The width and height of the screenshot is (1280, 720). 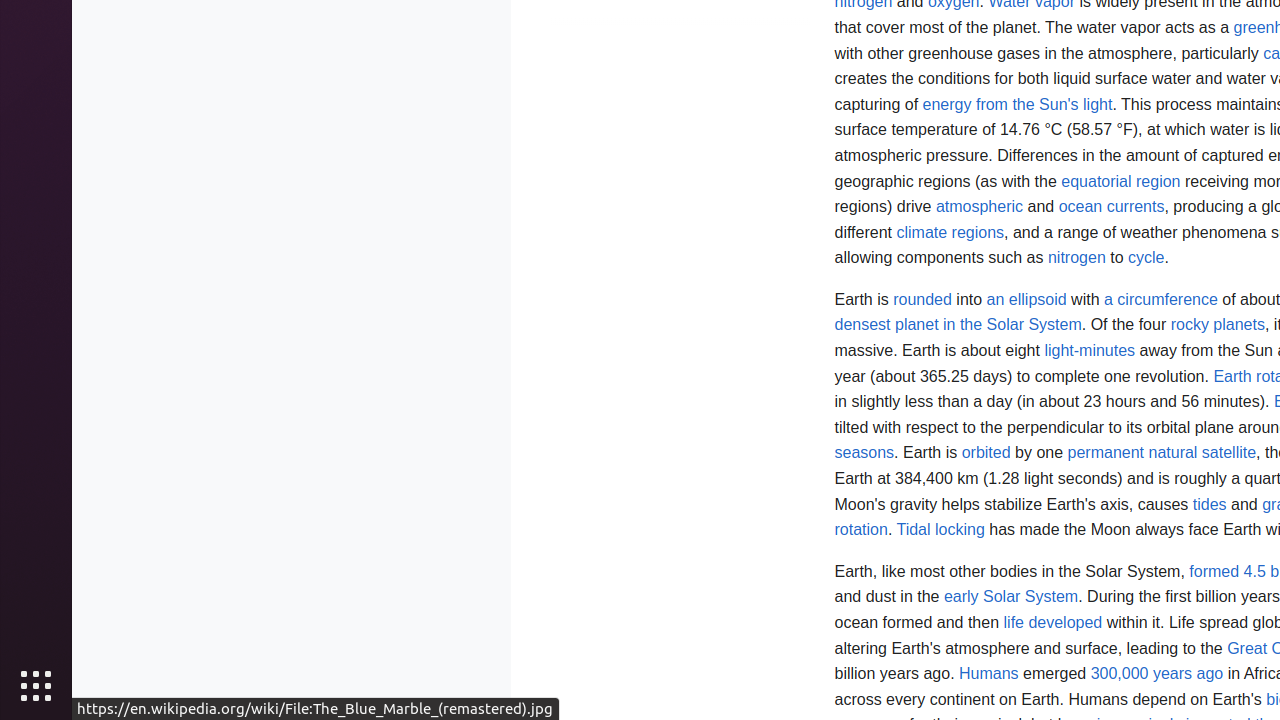 What do you see at coordinates (921, 299) in the screenshot?
I see `'rounded'` at bounding box center [921, 299].